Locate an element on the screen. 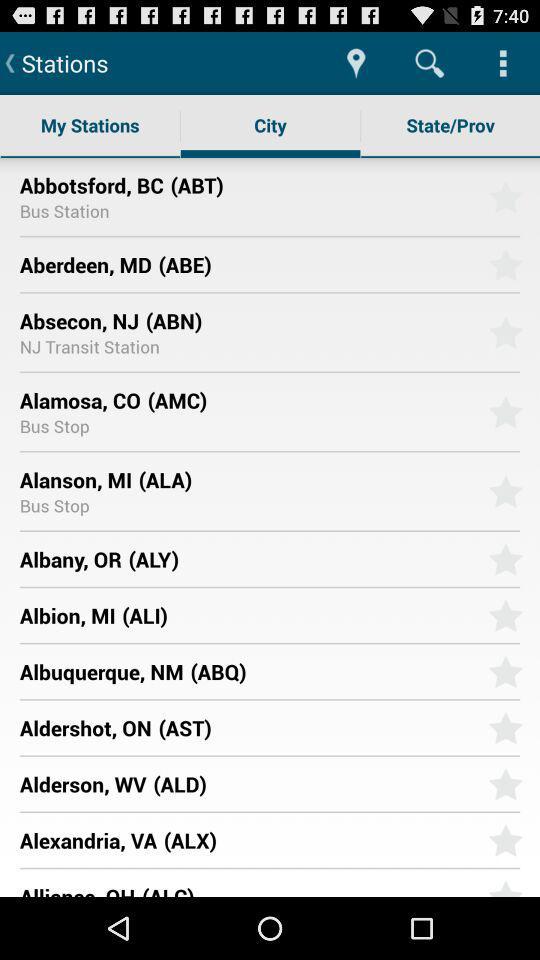  (ali) icon is located at coordinates (297, 614).